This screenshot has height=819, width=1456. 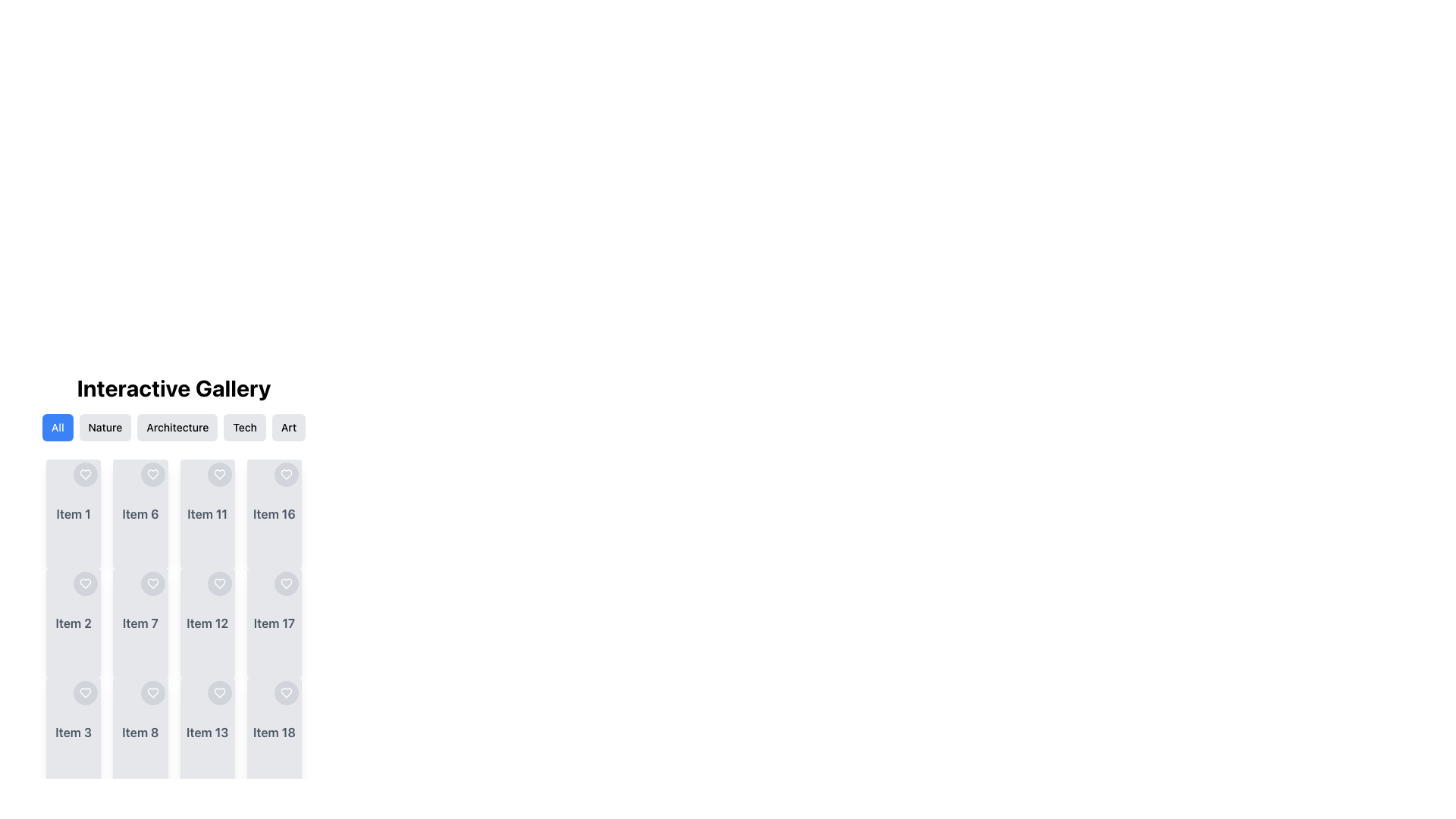 I want to click on the text label displaying 'Item 7' in the second column, second row of the grid layout, which is styled with a gray bold font, so click(x=140, y=623).